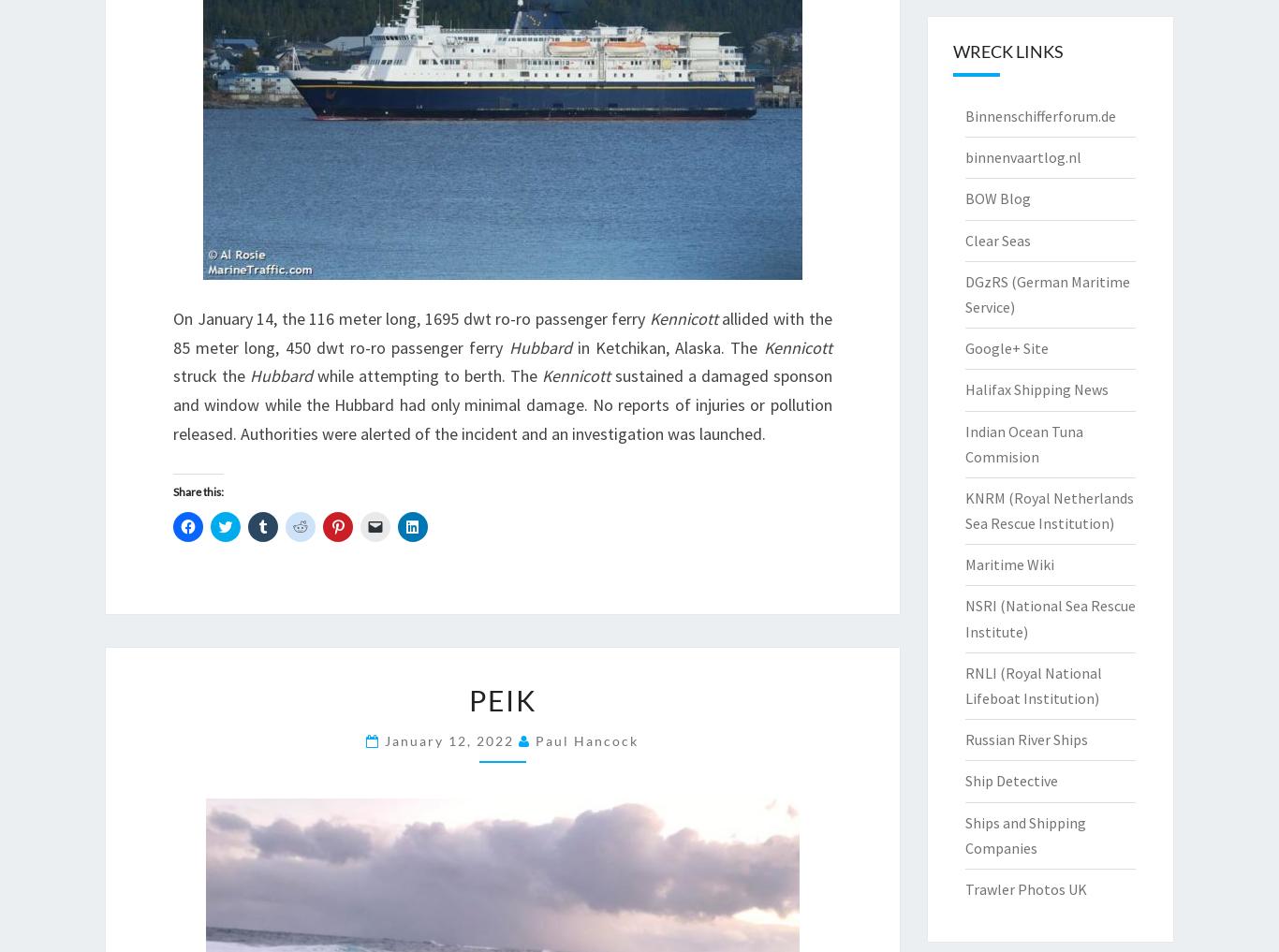  I want to click on 'while attempting to berth. The', so click(425, 375).